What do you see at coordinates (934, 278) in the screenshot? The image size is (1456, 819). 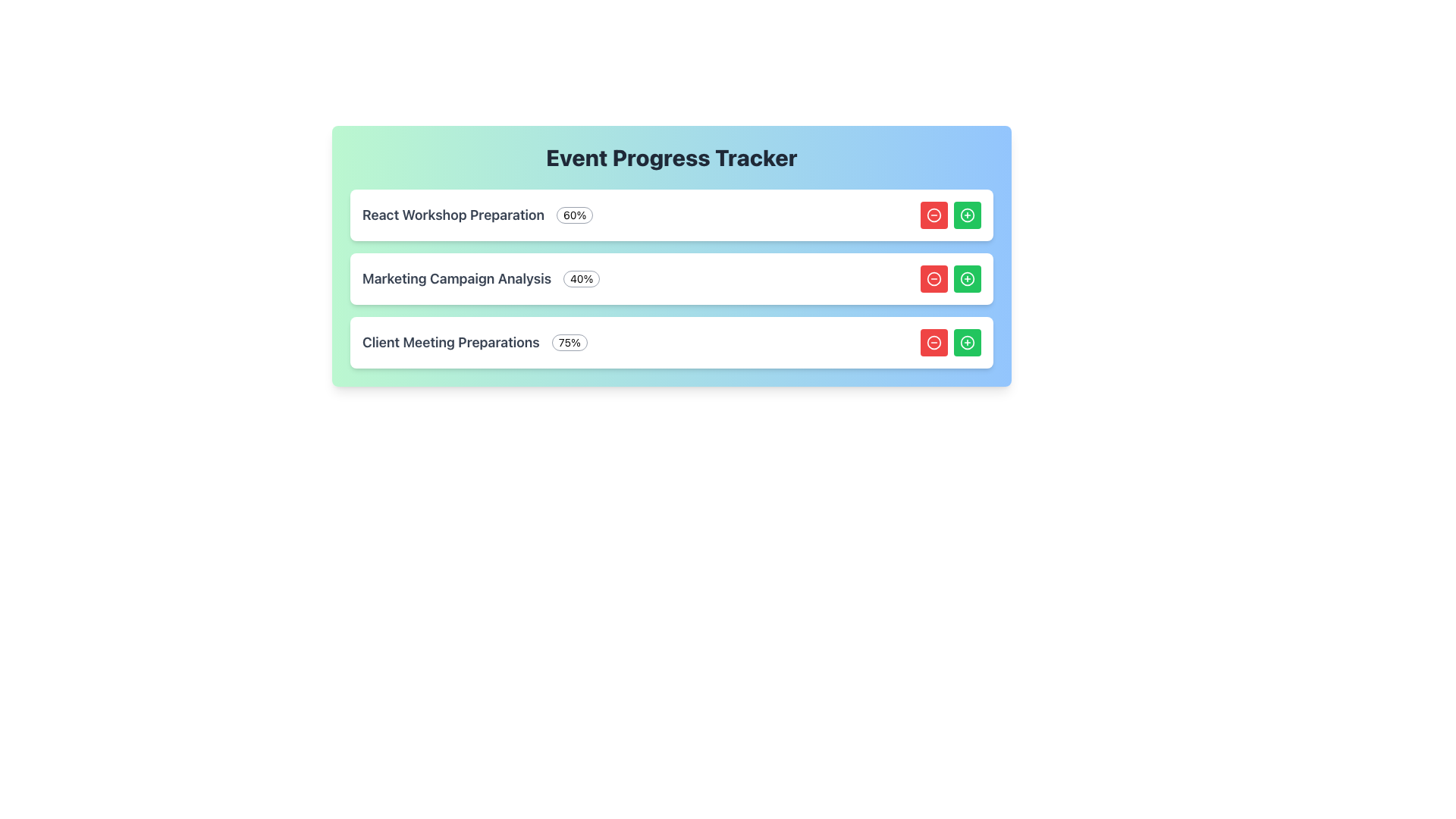 I see `the leftmost circular button in the red button group` at bounding box center [934, 278].